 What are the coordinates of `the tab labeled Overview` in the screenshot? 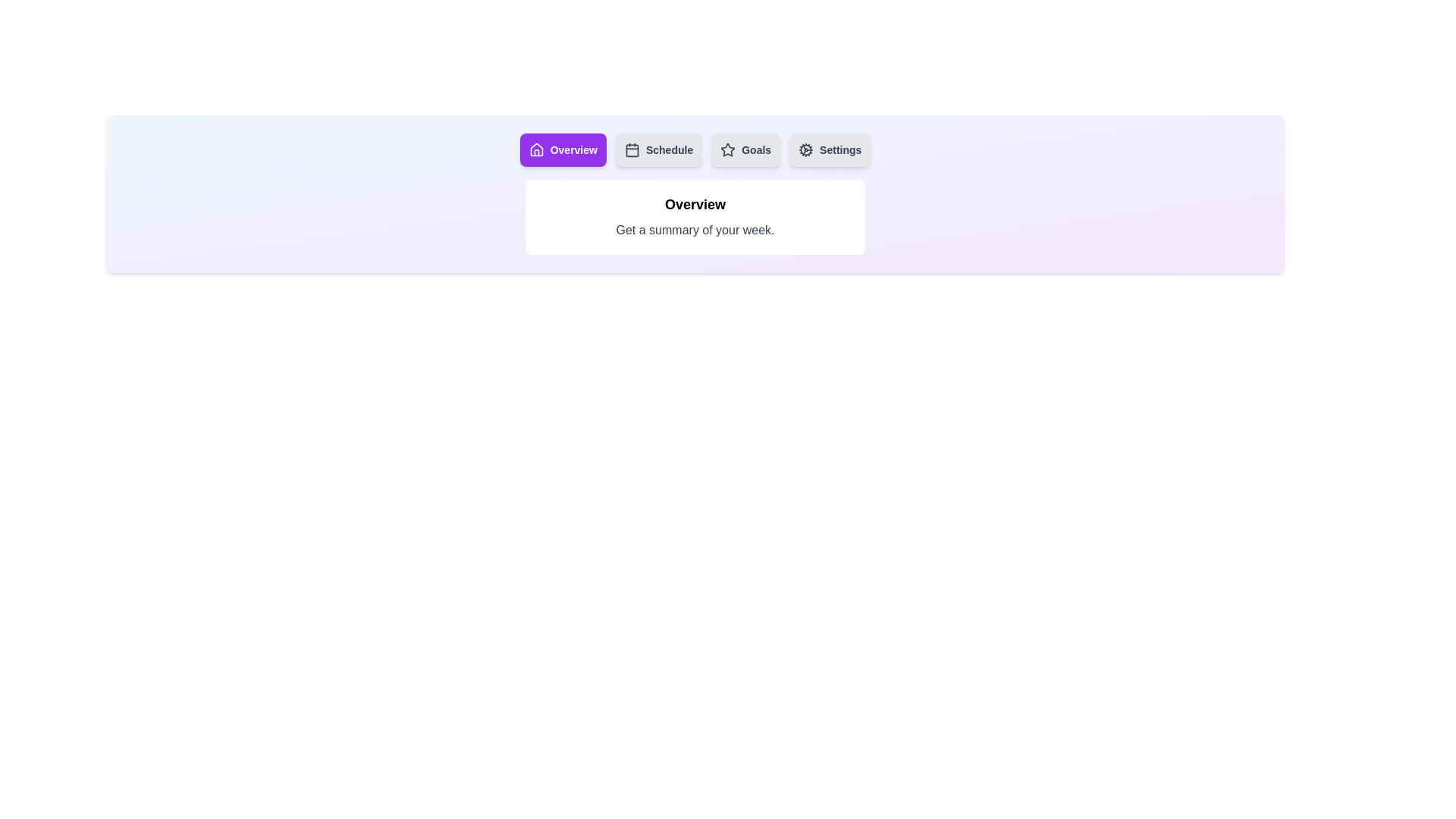 It's located at (562, 149).